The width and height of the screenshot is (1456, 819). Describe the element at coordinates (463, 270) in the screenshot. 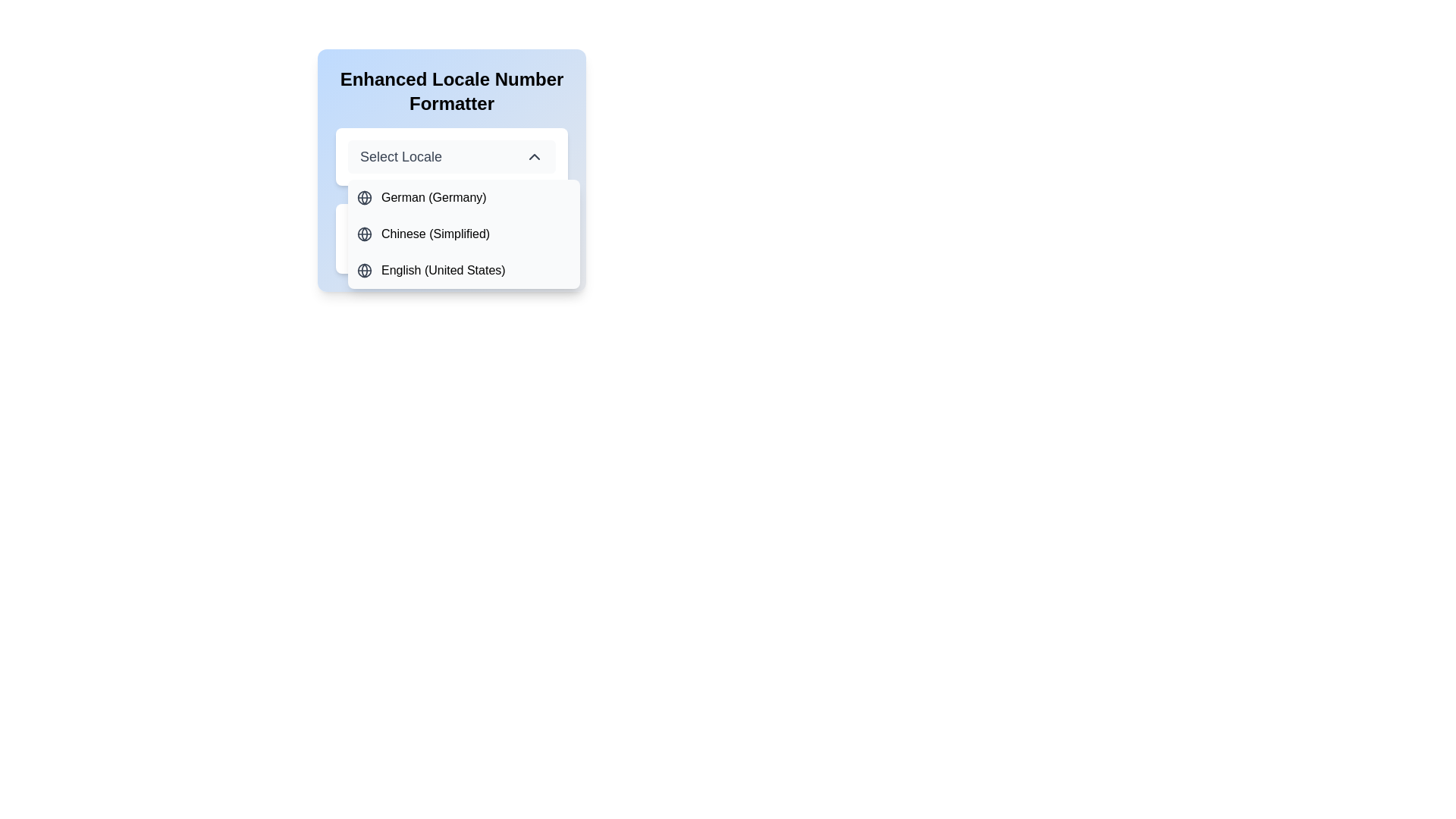

I see `the Dropdown menu item labeled 'English (United States)' with a globe icon` at that location.